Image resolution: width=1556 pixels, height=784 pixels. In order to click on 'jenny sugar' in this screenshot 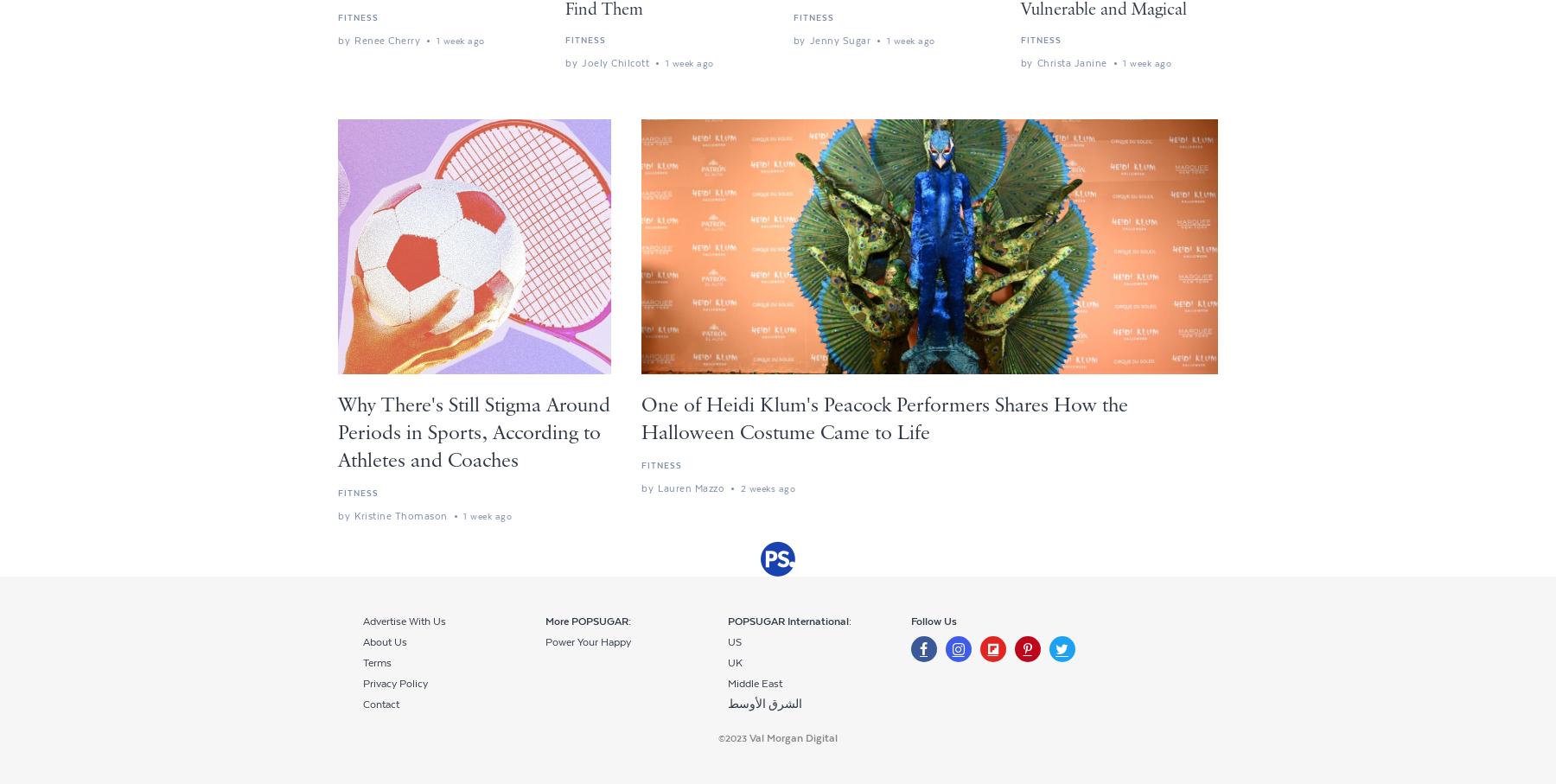, I will do `click(839, 40)`.